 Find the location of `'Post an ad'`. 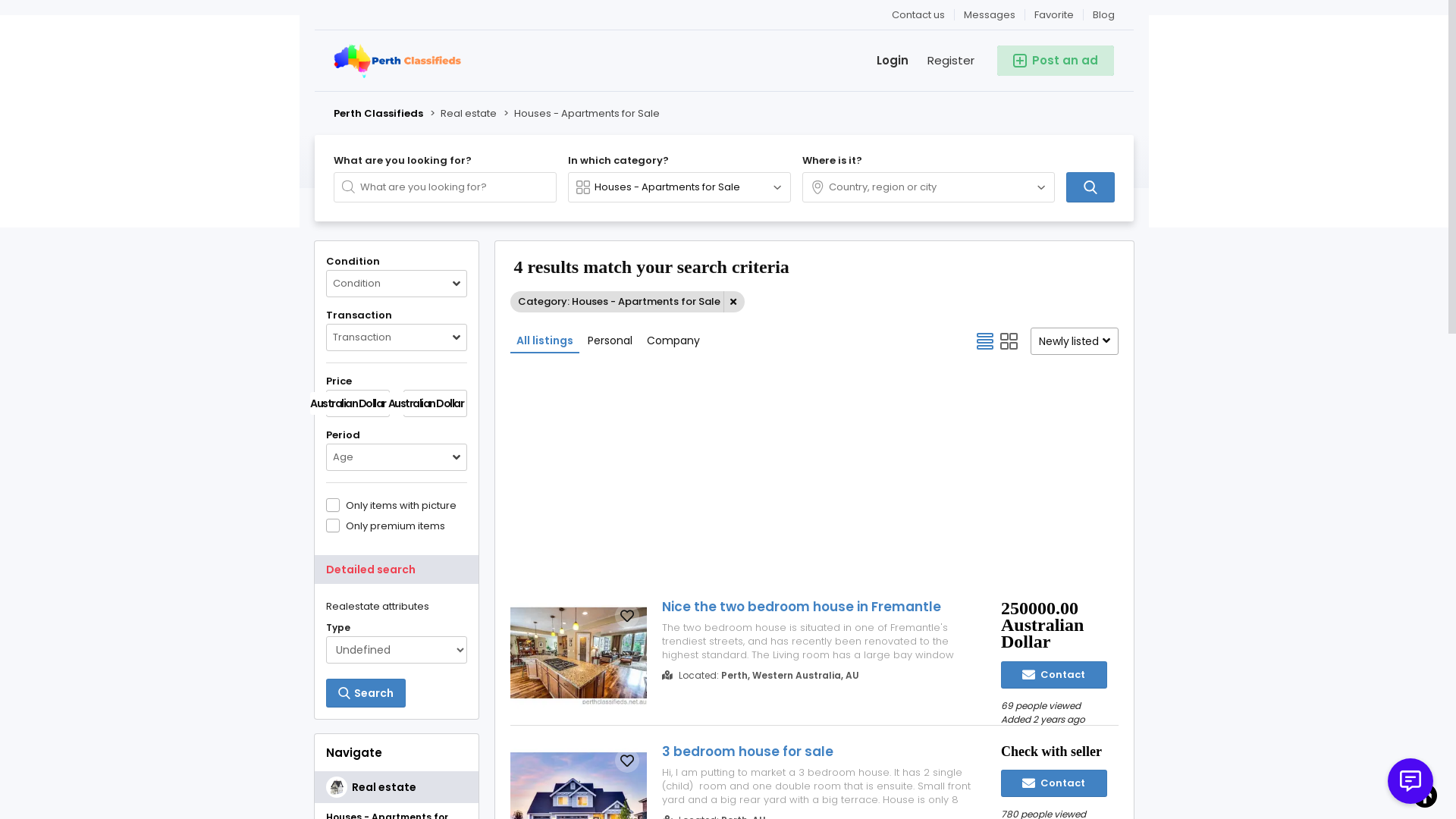

'Post an ad' is located at coordinates (997, 60).